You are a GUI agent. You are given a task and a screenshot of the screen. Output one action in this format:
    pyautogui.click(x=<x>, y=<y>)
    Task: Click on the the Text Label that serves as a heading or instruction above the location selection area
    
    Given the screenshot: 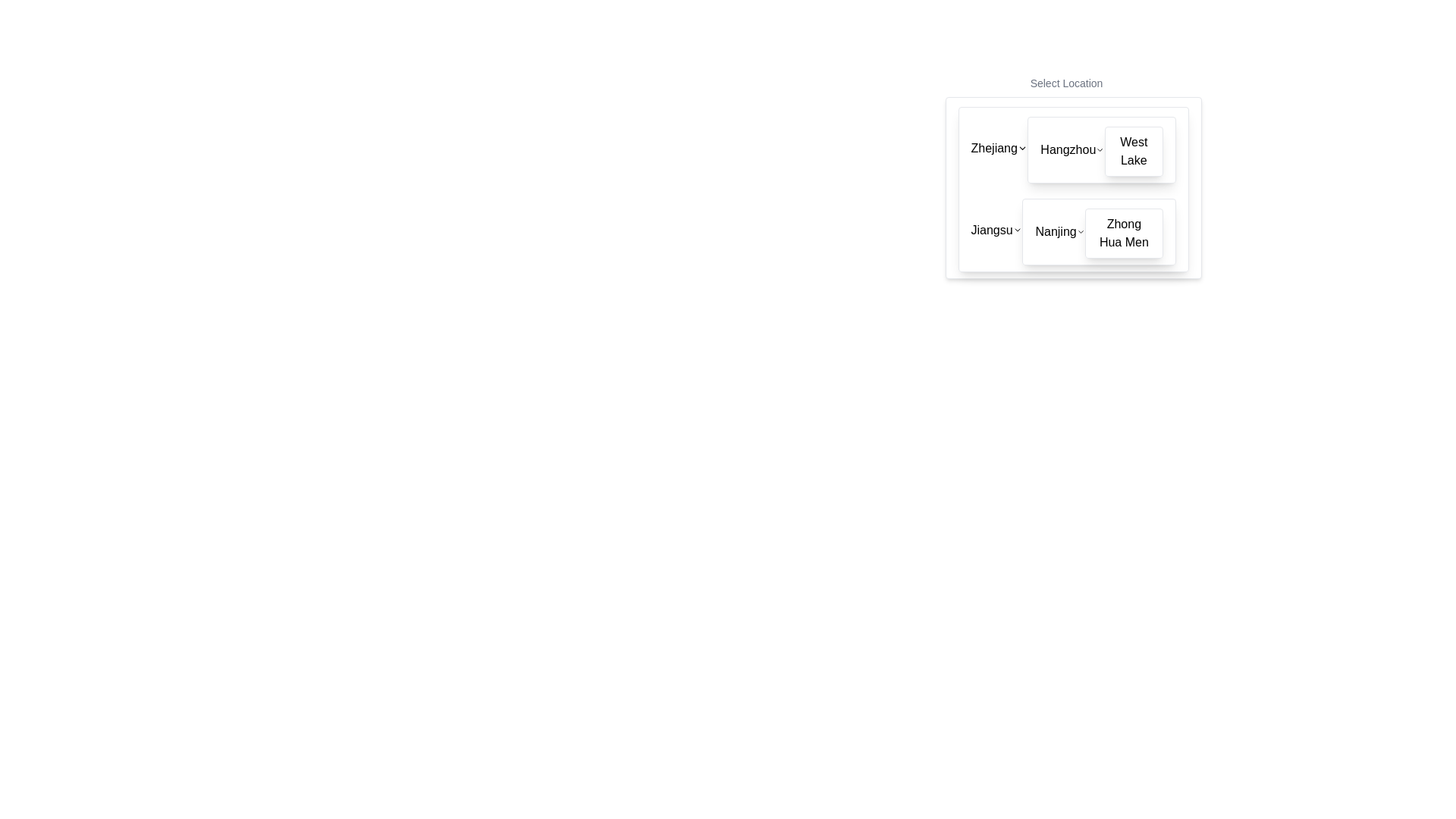 What is the action you would take?
    pyautogui.click(x=1065, y=83)
    